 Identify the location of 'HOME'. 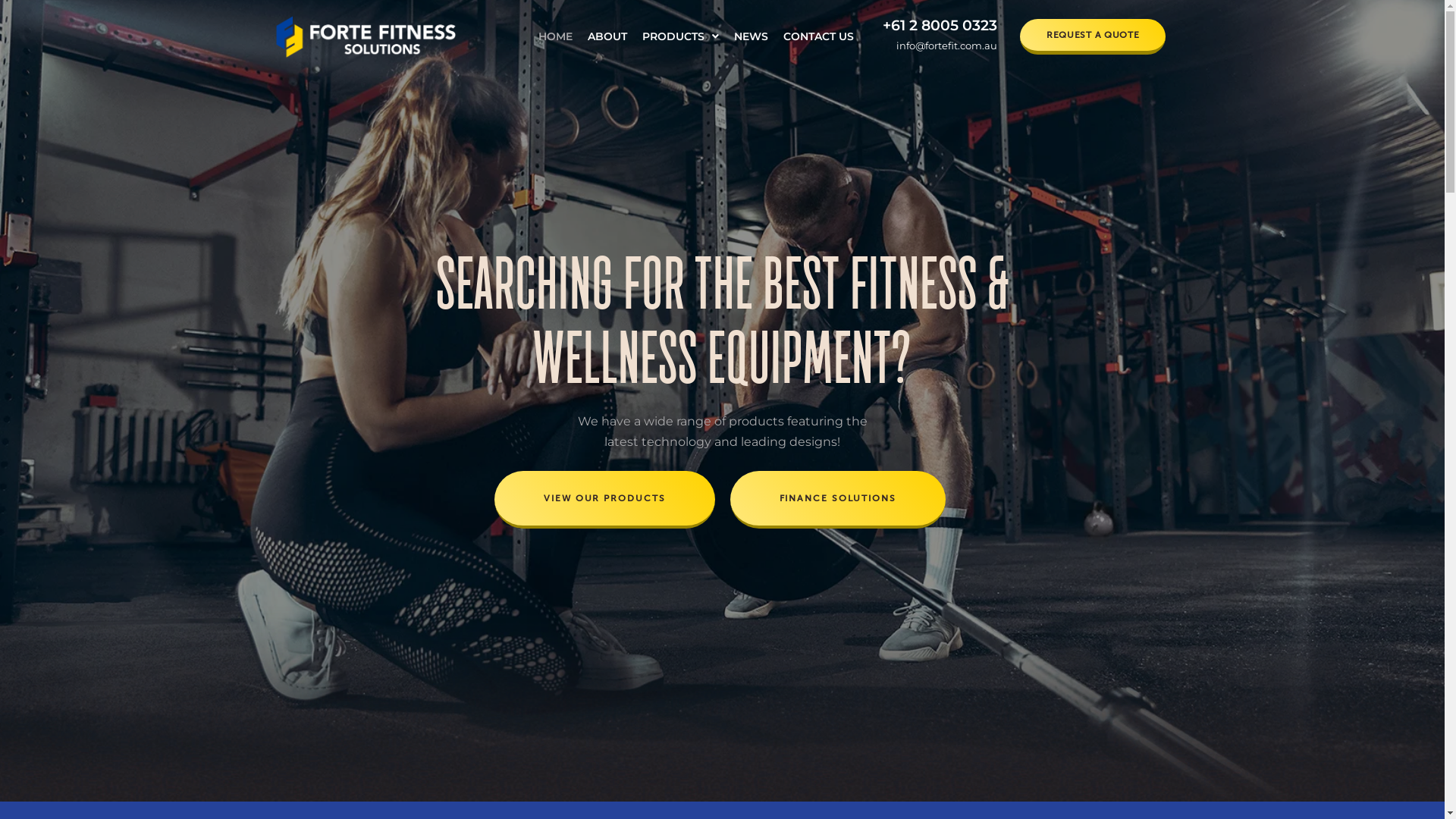
(554, 35).